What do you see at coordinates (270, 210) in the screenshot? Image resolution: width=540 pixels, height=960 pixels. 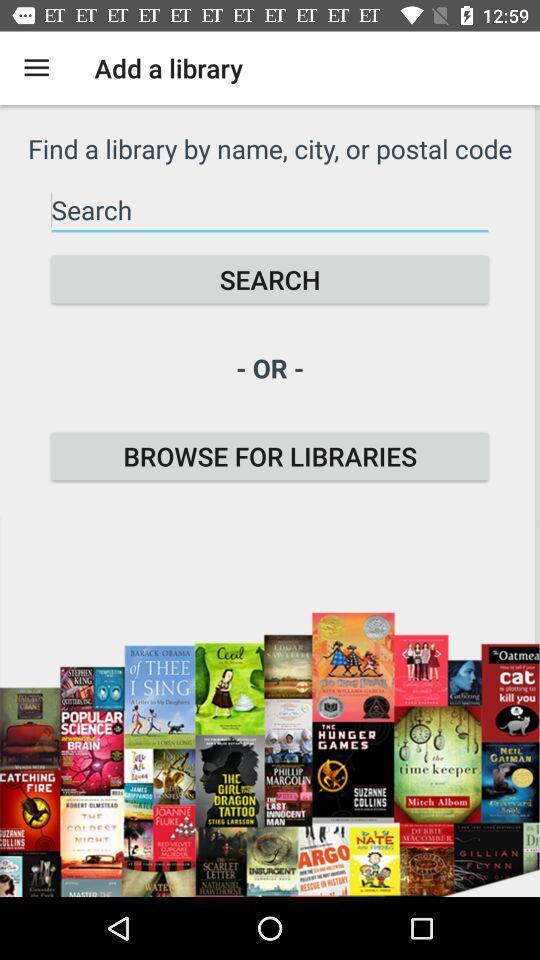 I see `search bar` at bounding box center [270, 210].